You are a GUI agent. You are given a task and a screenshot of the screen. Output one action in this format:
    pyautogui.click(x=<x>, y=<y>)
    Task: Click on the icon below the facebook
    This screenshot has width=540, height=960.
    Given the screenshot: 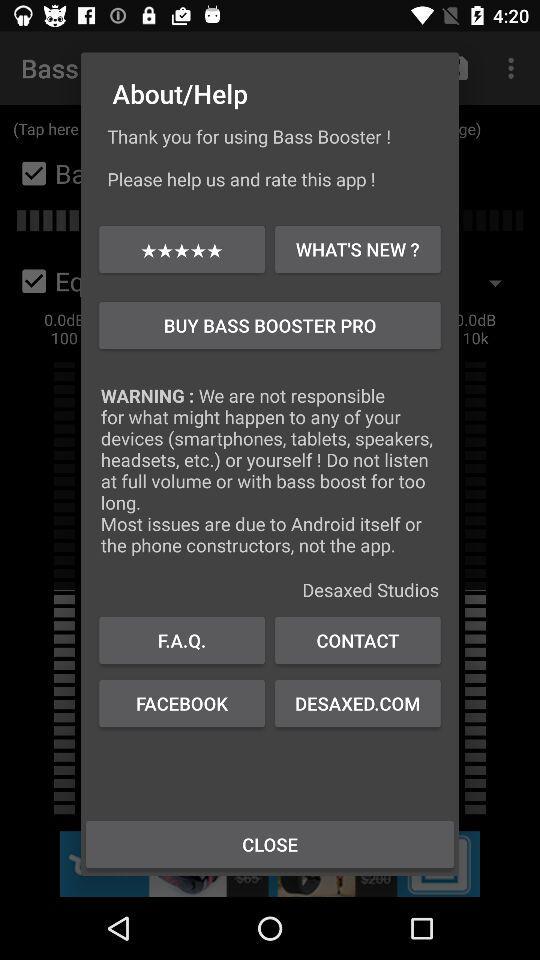 What is the action you would take?
    pyautogui.click(x=270, y=843)
    